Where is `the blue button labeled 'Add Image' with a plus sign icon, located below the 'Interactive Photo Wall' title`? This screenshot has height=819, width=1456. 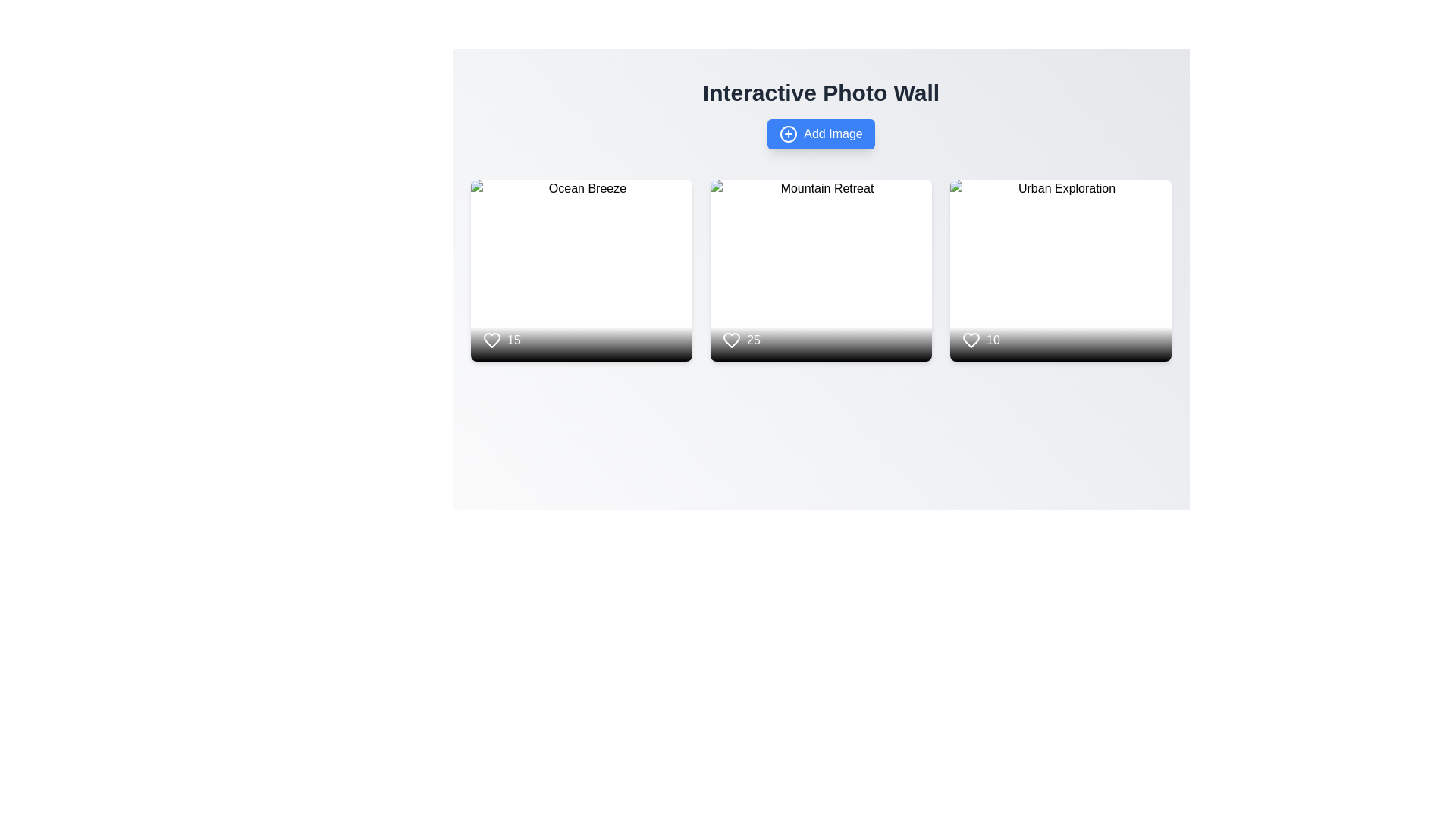 the blue button labeled 'Add Image' with a plus sign icon, located below the 'Interactive Photo Wall' title is located at coordinates (821, 133).